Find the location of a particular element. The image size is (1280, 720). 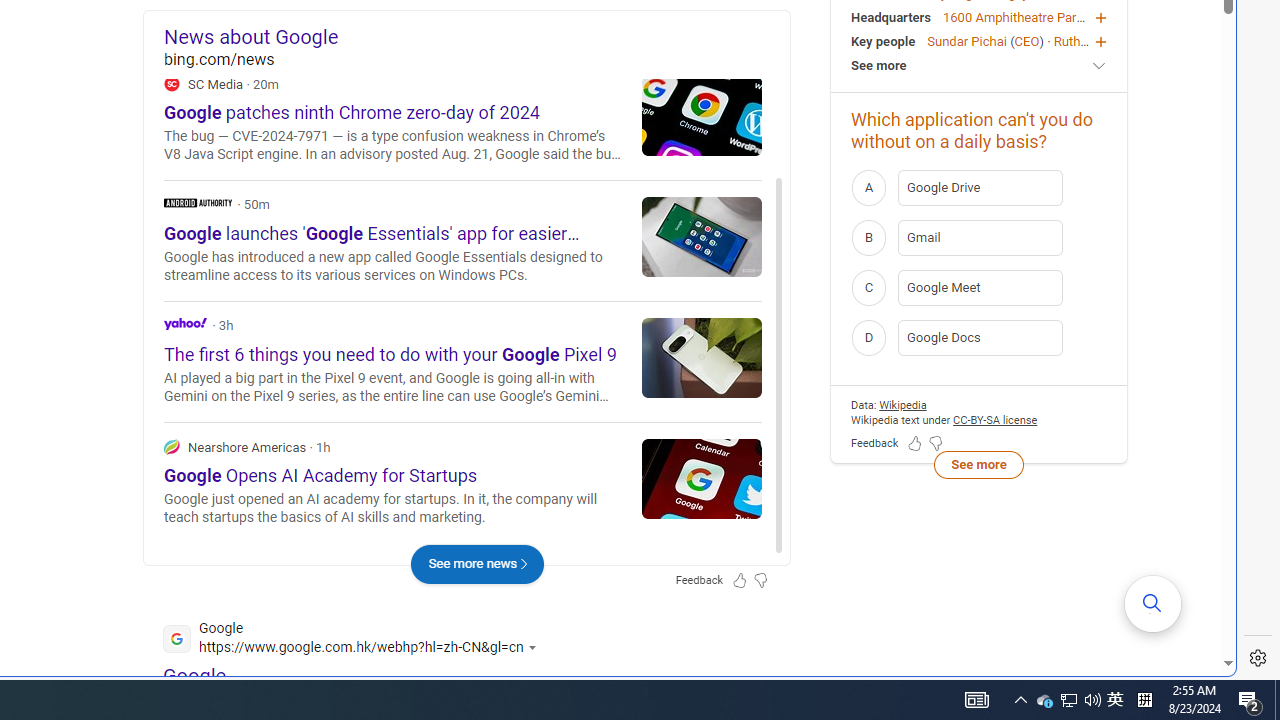

'Ruth Porat' is located at coordinates (1083, 41).